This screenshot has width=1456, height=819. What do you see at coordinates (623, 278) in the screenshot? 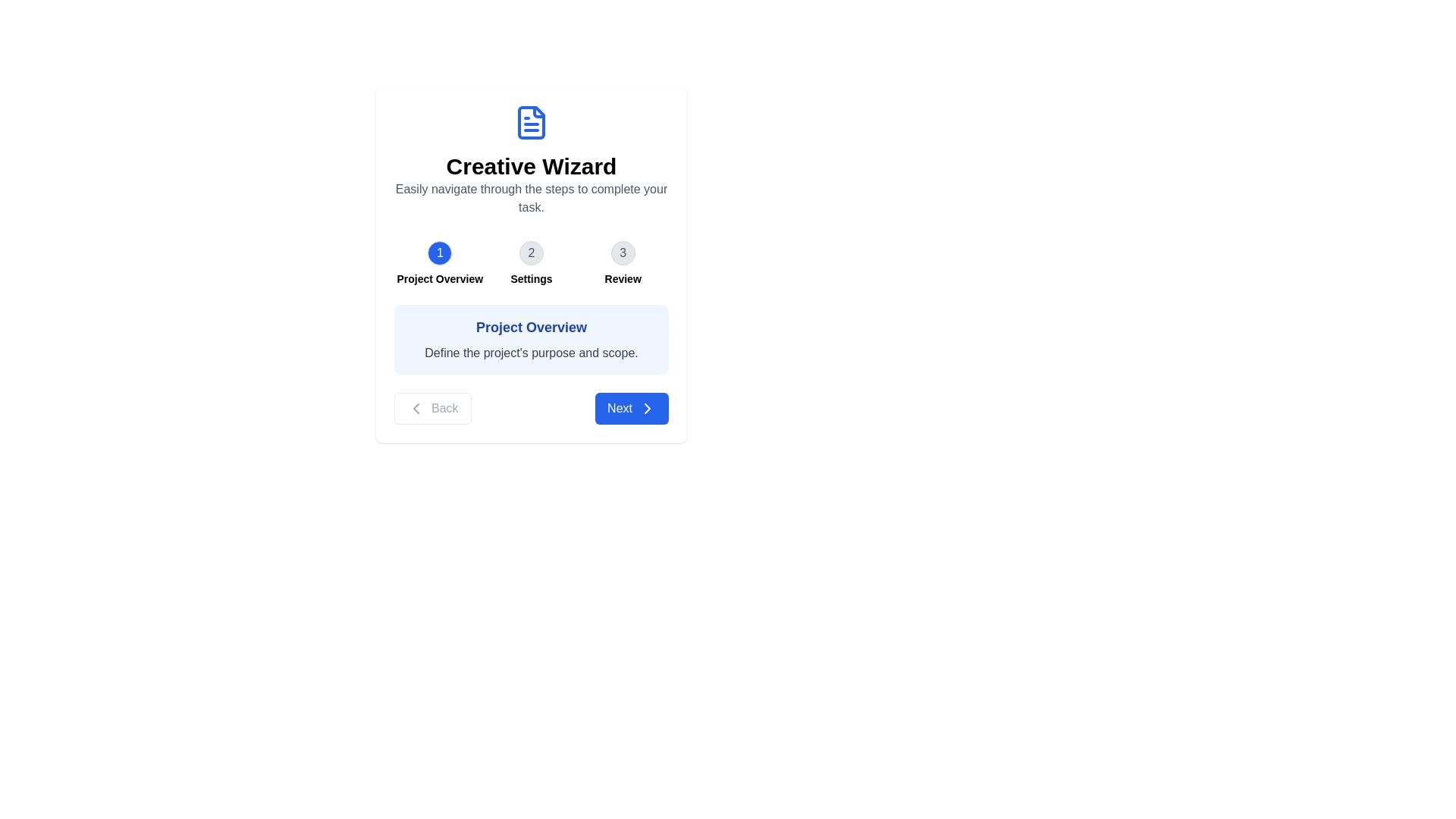
I see `the 'Review' step label in the wizard-style interface, which indicates the current stage of the process and is positioned beneath the circular icon labeled '3'` at bounding box center [623, 278].